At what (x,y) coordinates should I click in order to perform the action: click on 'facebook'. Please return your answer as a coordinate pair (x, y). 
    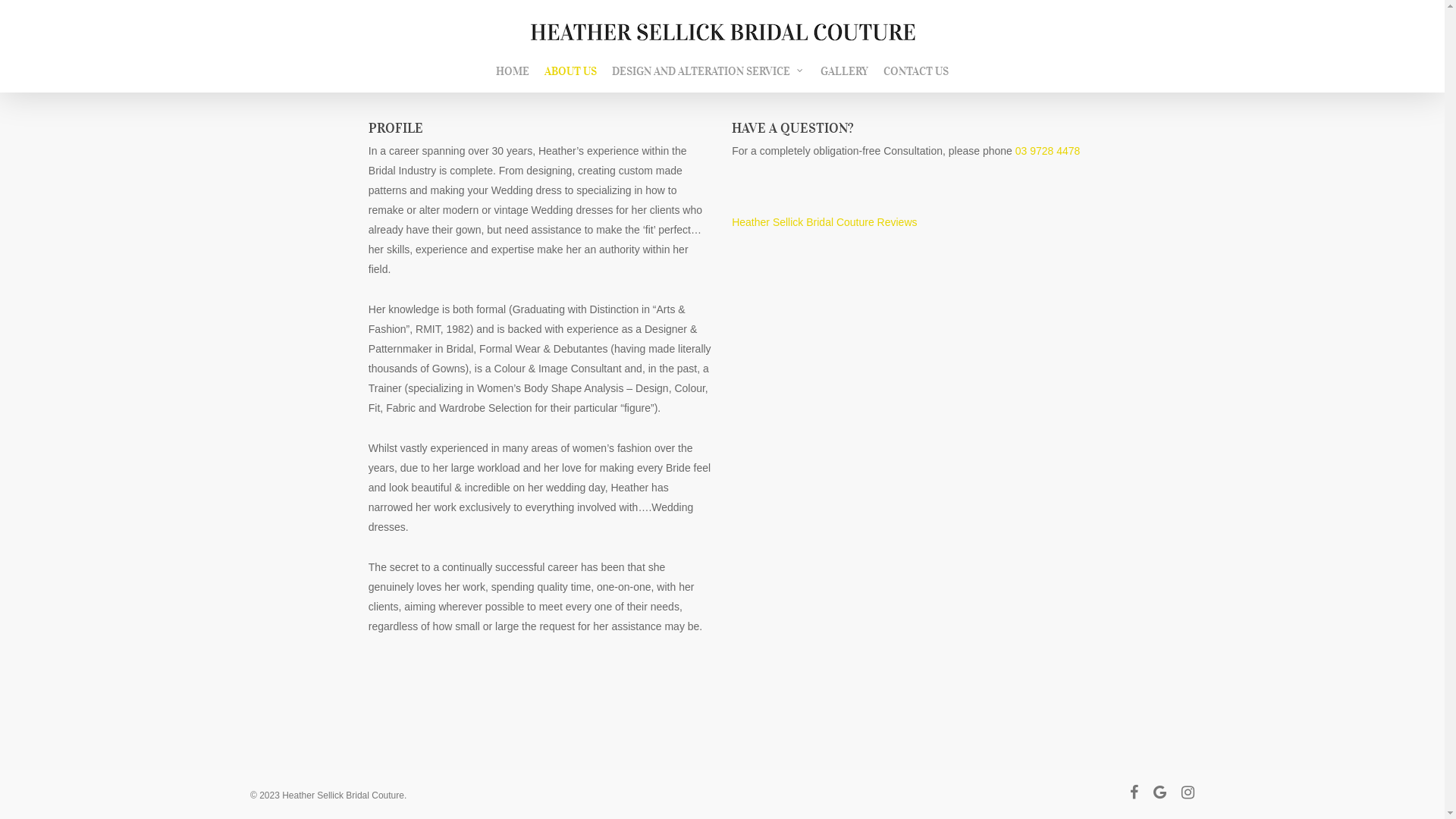
    Looking at the image, I should click on (1134, 792).